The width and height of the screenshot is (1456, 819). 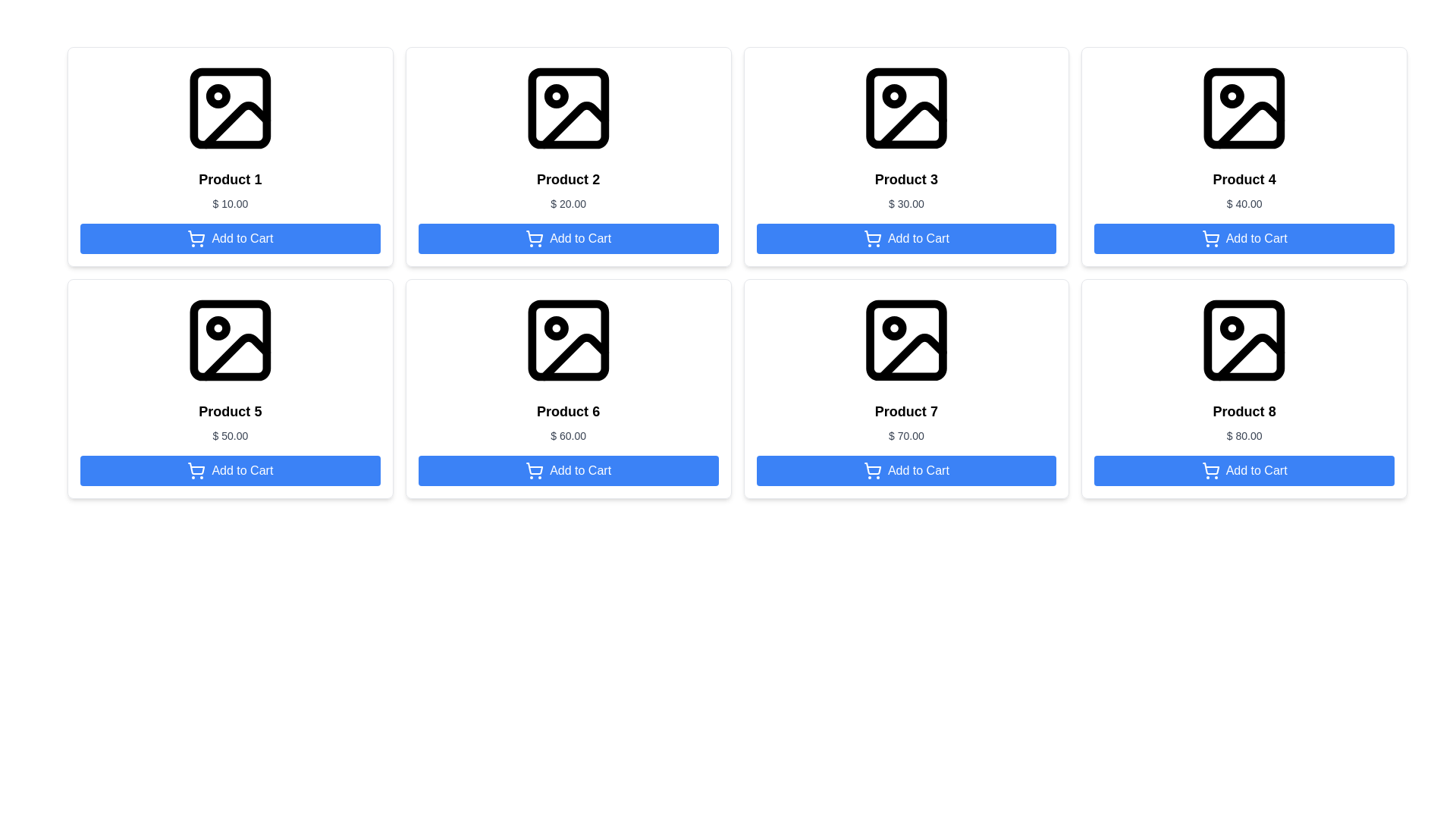 I want to click on the non-interactive graphical component located in the top-left corner of the landscape image within the 'Product 2' card in the grid layout, so click(x=555, y=96).